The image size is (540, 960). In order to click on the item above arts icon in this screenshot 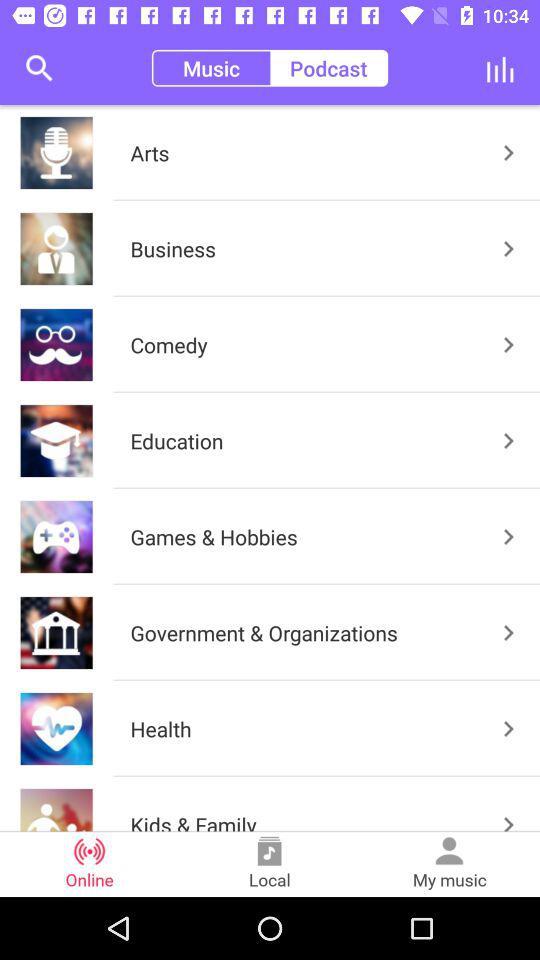, I will do `click(328, 68)`.